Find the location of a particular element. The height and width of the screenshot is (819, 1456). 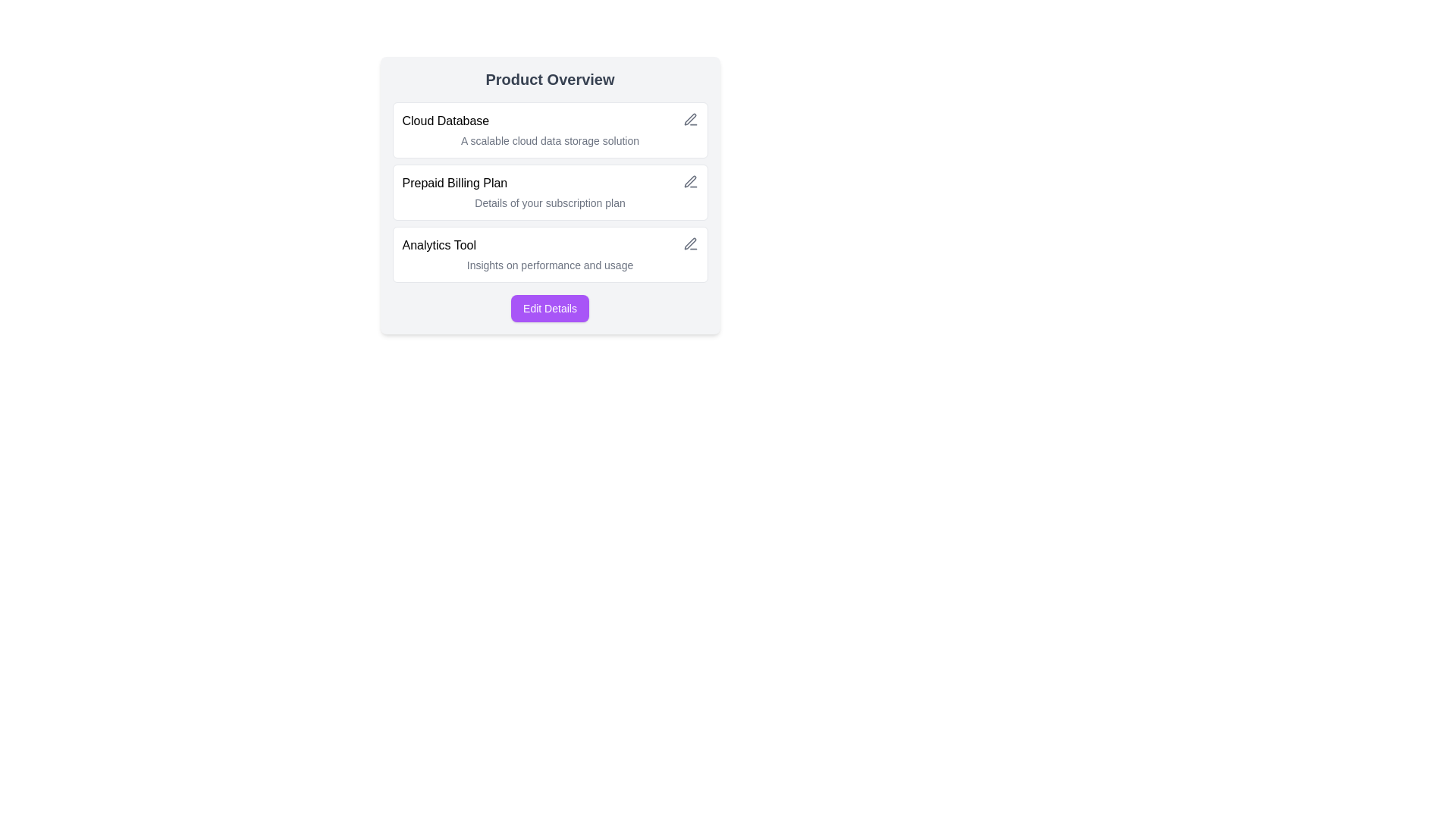

the icon button resembling a pen, which is styled with a thin stroke and gray color, located next to the 'Analytics Tool' label on the right-hand side of the 'Analytics Tool' section is located at coordinates (689, 243).